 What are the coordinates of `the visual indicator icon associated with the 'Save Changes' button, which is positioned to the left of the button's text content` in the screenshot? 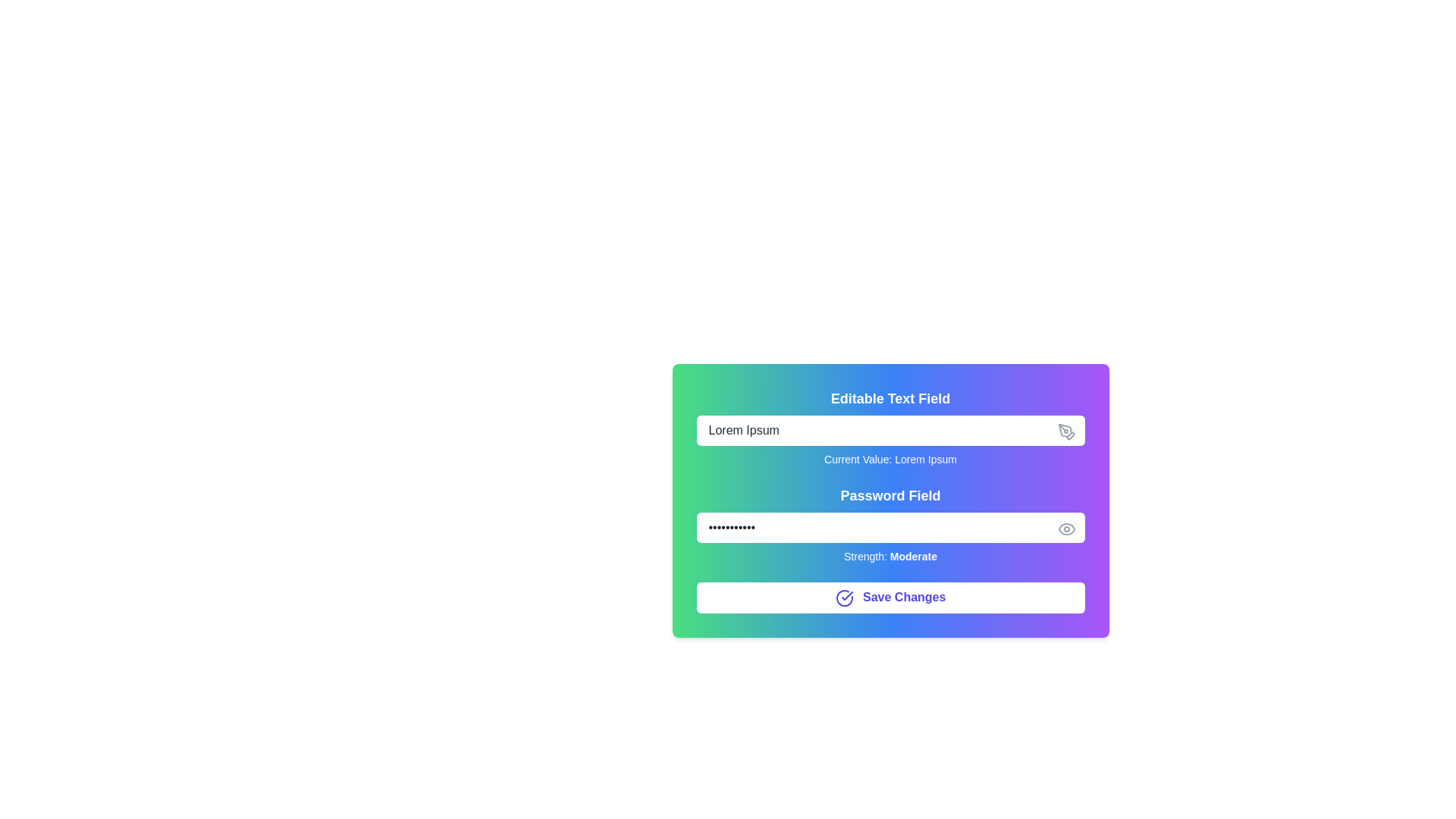 It's located at (843, 597).